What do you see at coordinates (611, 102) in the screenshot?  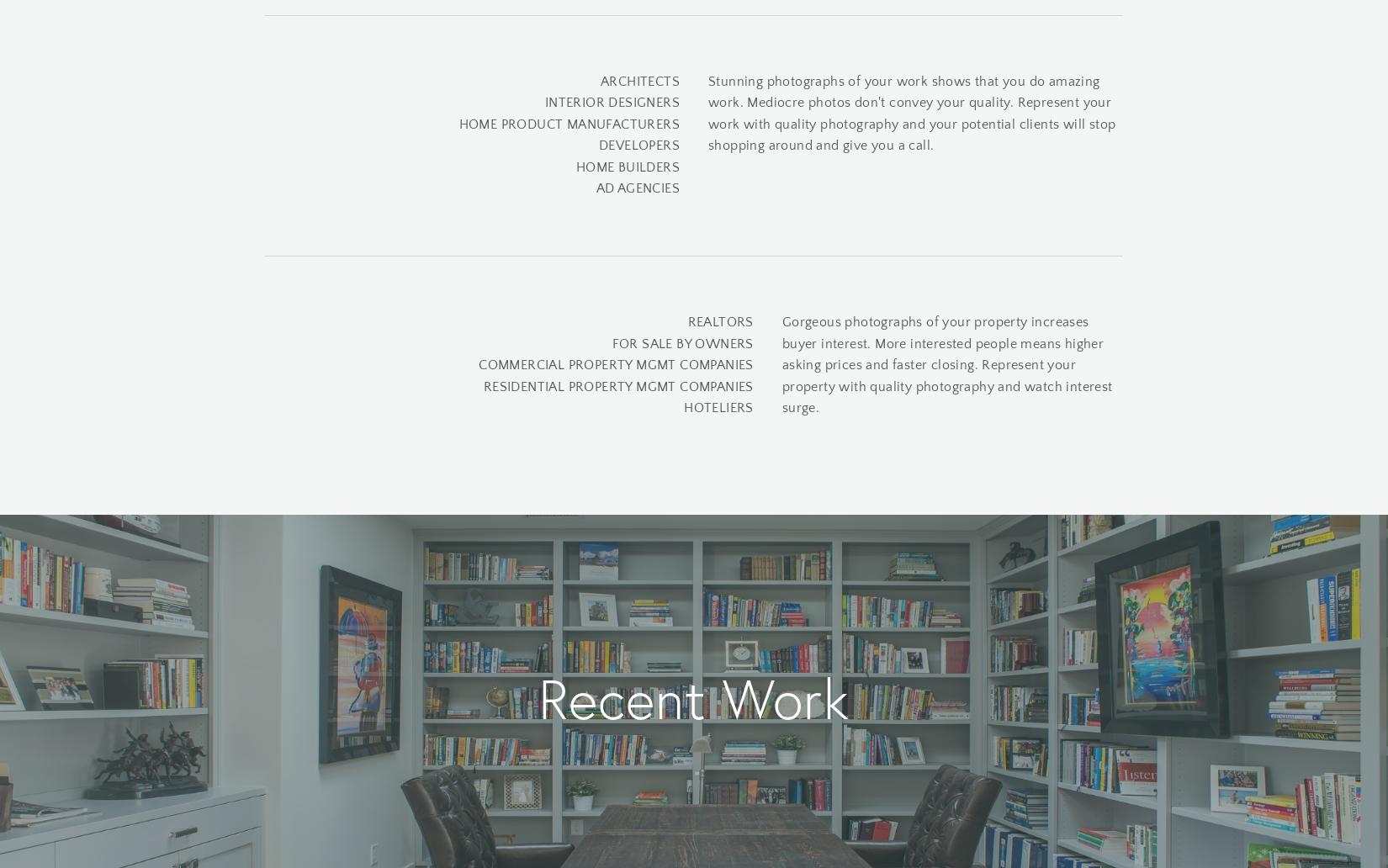 I see `'INTERIOR DESIGNERS'` at bounding box center [611, 102].